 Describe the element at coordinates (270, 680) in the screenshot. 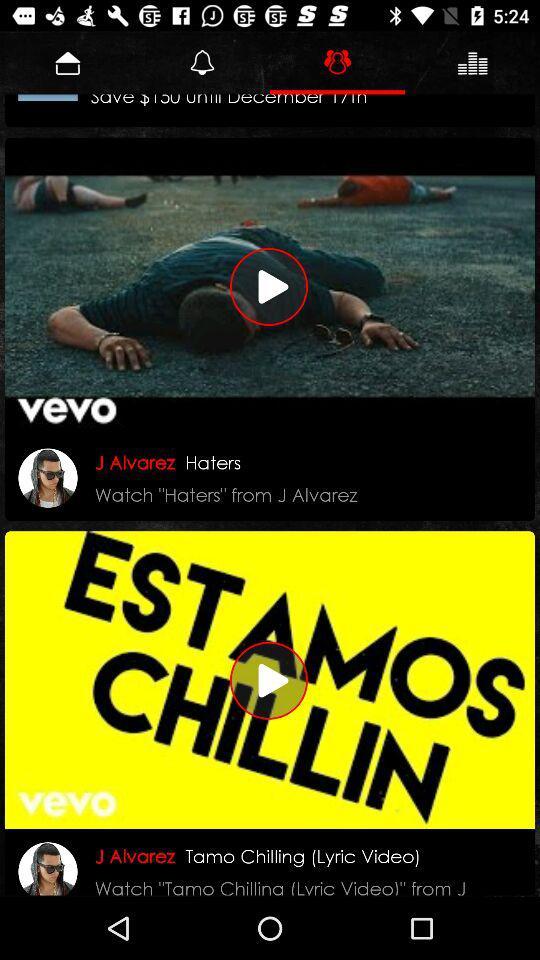

I see `the video` at that location.